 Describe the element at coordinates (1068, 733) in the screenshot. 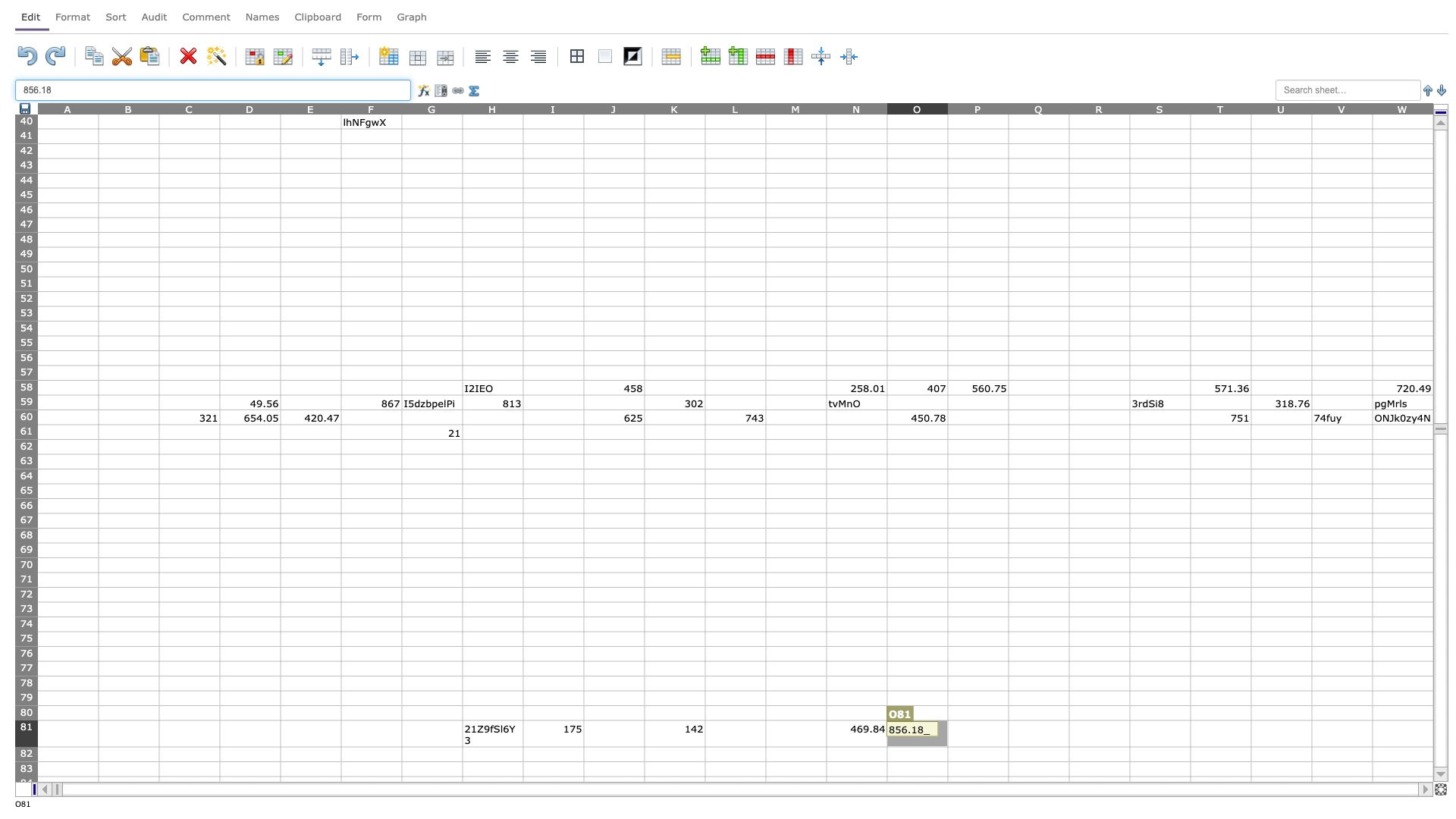

I see `right edge of cell Q81` at that location.